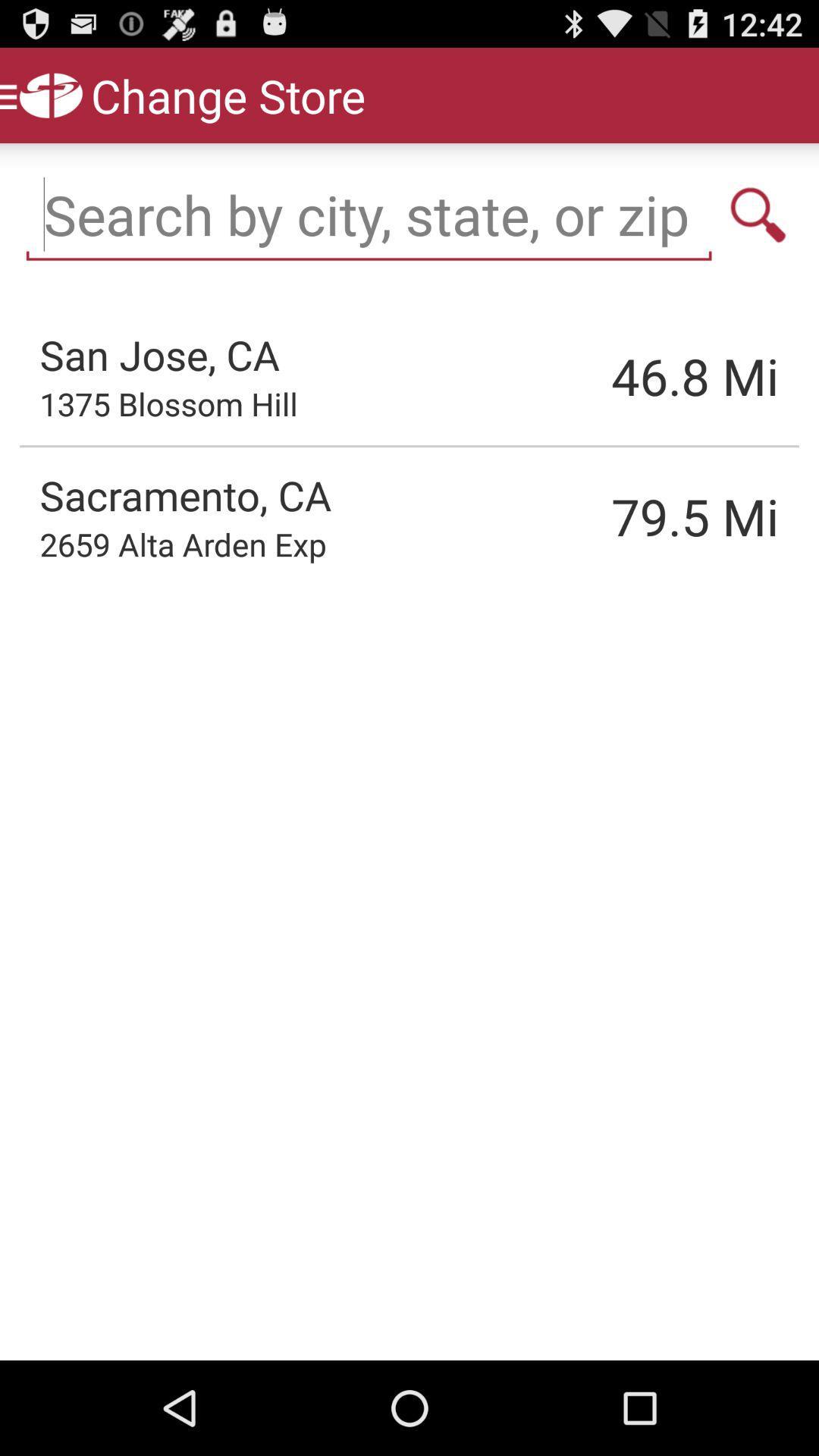 This screenshot has height=1456, width=819. Describe the element at coordinates (618, 516) in the screenshot. I see `the 79.5` at that location.